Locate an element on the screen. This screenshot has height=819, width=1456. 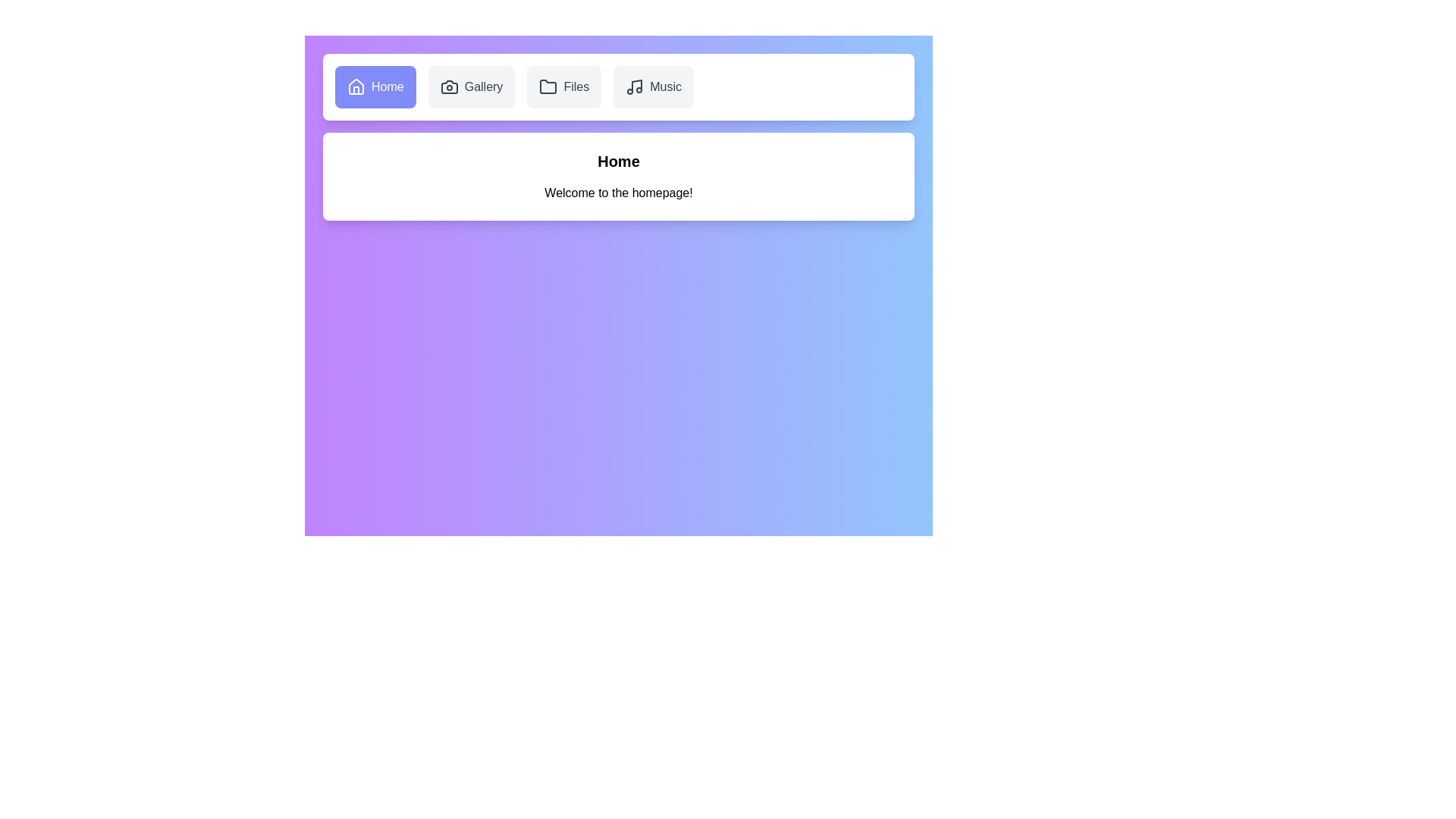
the button labeled Home to observe visual feedback is located at coordinates (375, 87).